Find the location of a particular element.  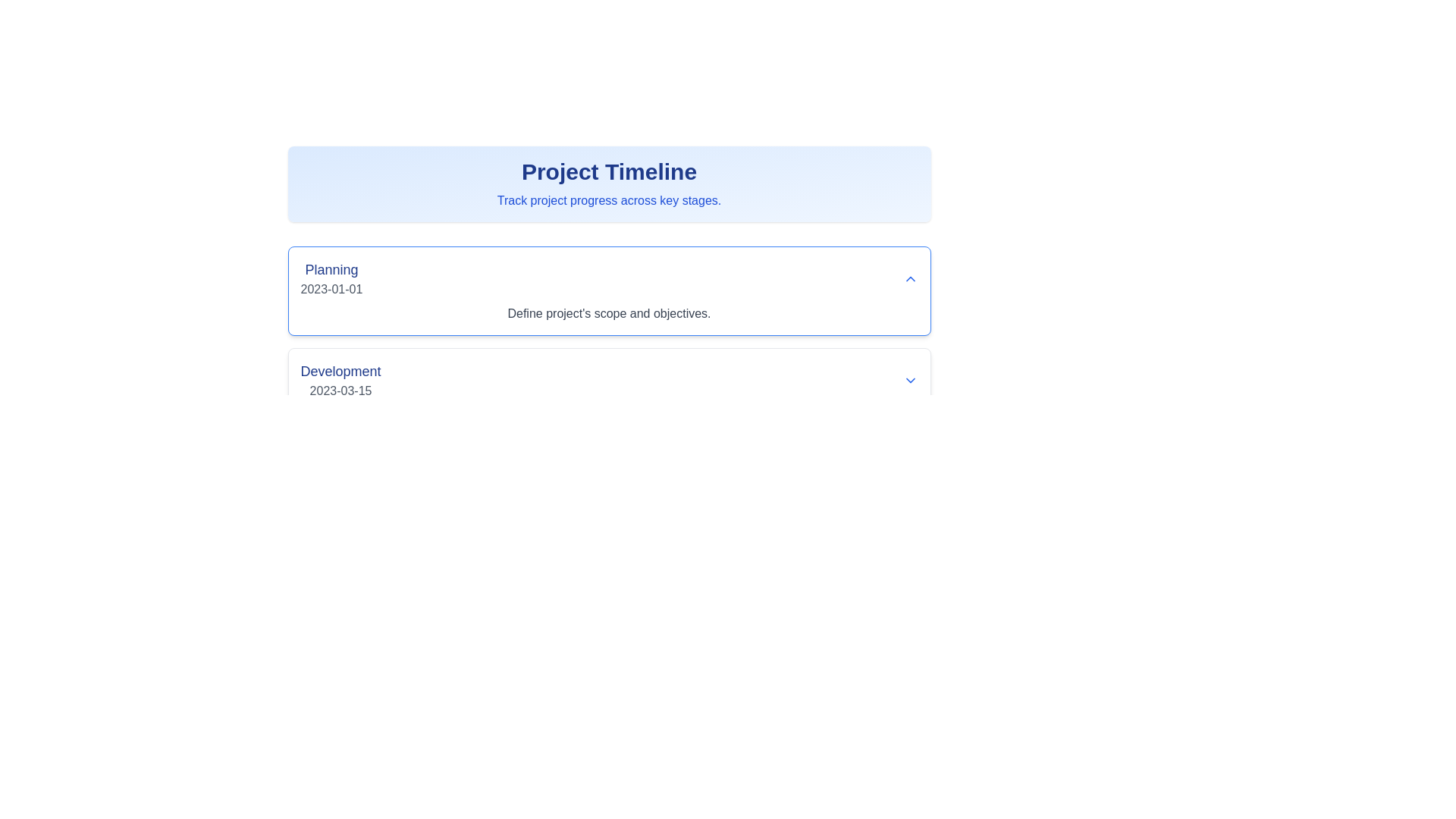

the project planning header text display, which summarizes the planning phase timeframe and is located in the upper left part of the 'Project Timeline' section is located at coordinates (331, 278).